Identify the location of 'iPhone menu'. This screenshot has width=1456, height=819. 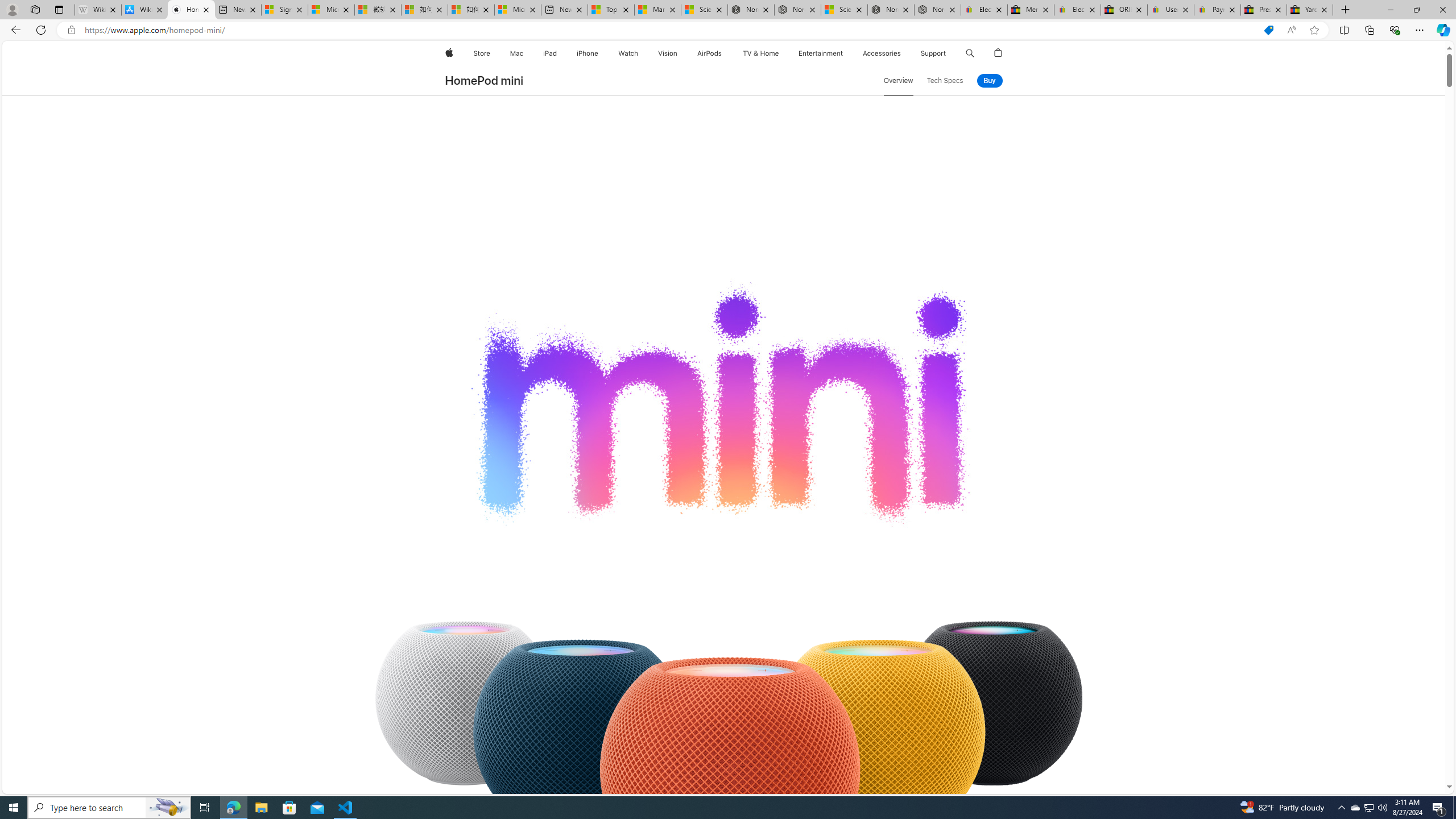
(600, 53).